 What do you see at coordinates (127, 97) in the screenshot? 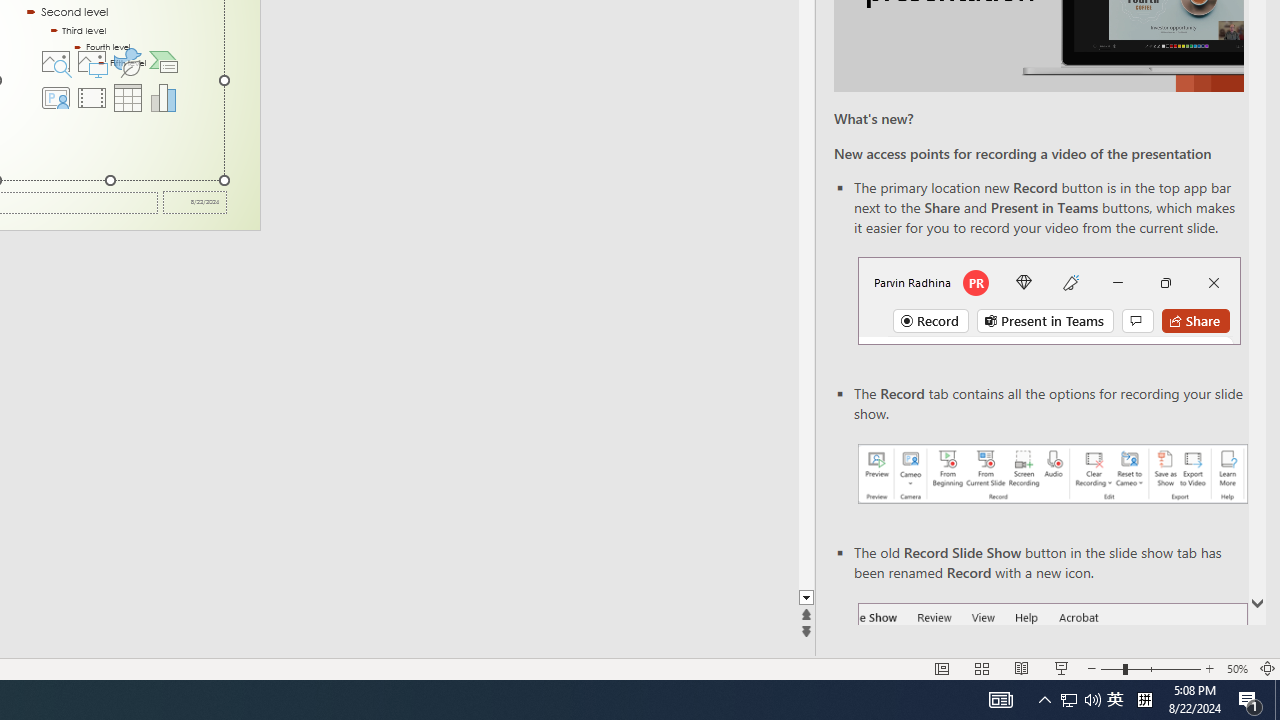
I see `'Insert Table'` at bounding box center [127, 97].